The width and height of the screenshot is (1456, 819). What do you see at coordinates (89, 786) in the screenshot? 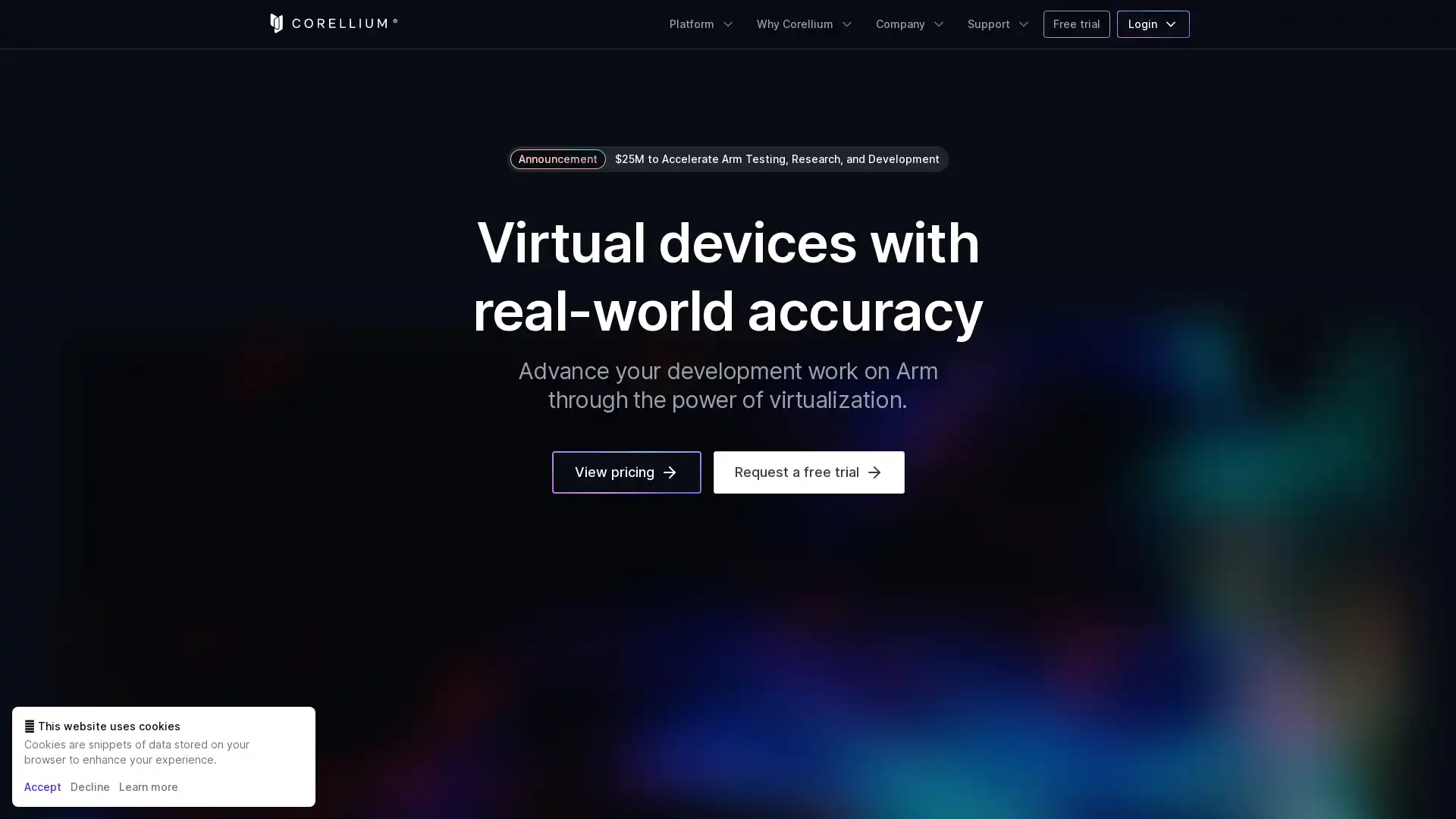
I see `Decline` at bounding box center [89, 786].